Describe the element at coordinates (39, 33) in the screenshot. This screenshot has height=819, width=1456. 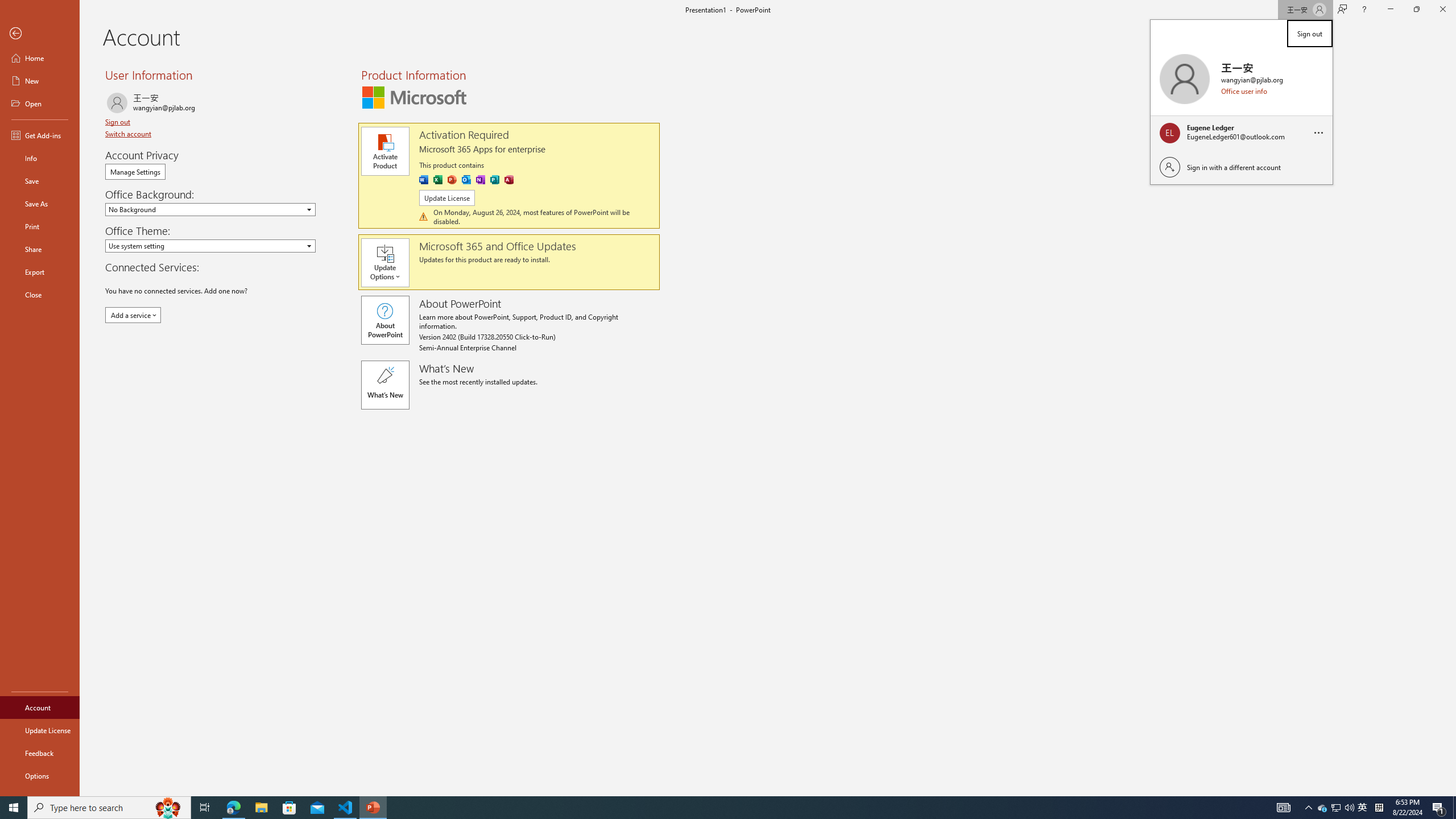
I see `'Back'` at that location.